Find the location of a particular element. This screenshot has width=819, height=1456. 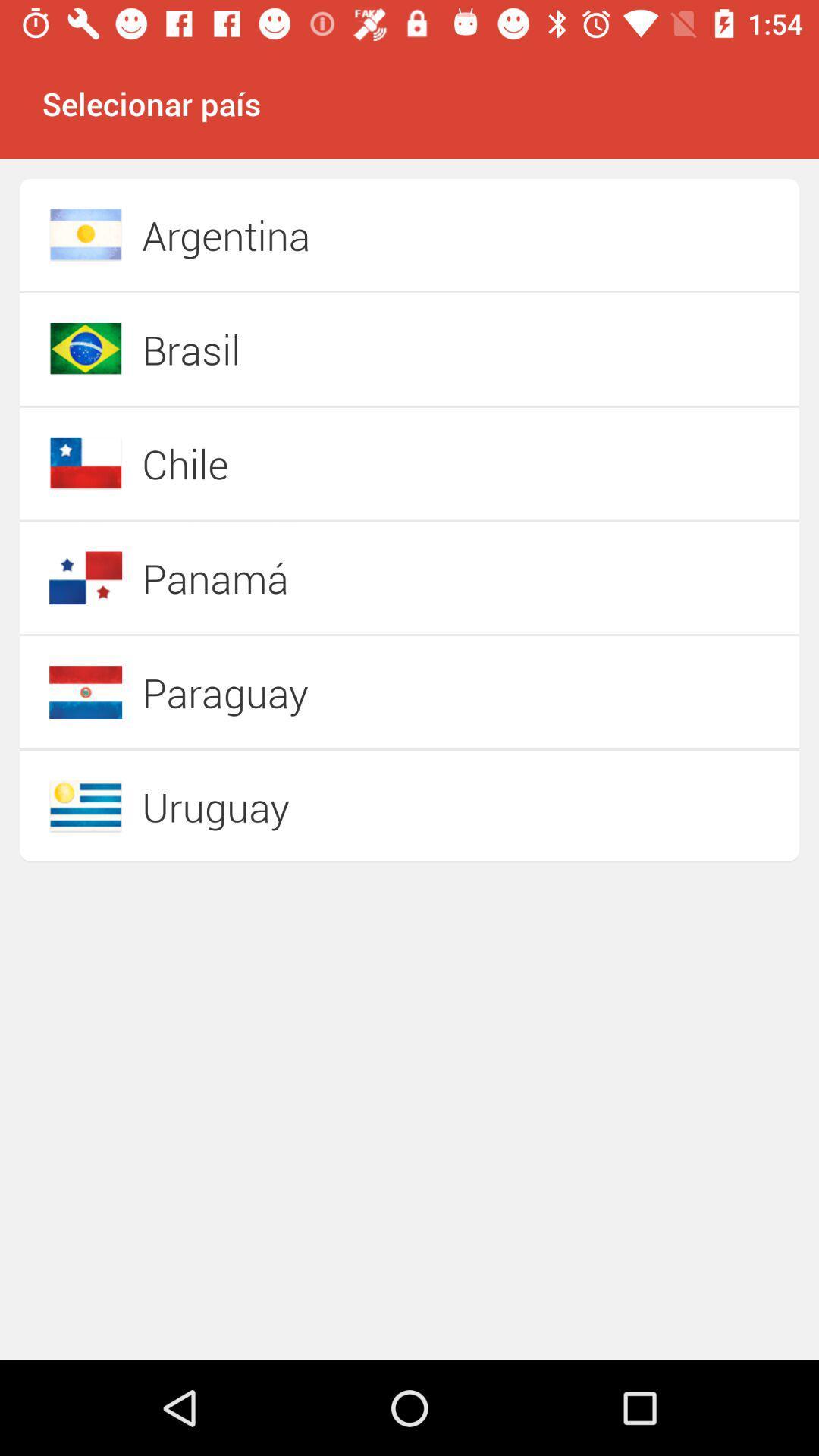

paraguay item is located at coordinates (356, 692).